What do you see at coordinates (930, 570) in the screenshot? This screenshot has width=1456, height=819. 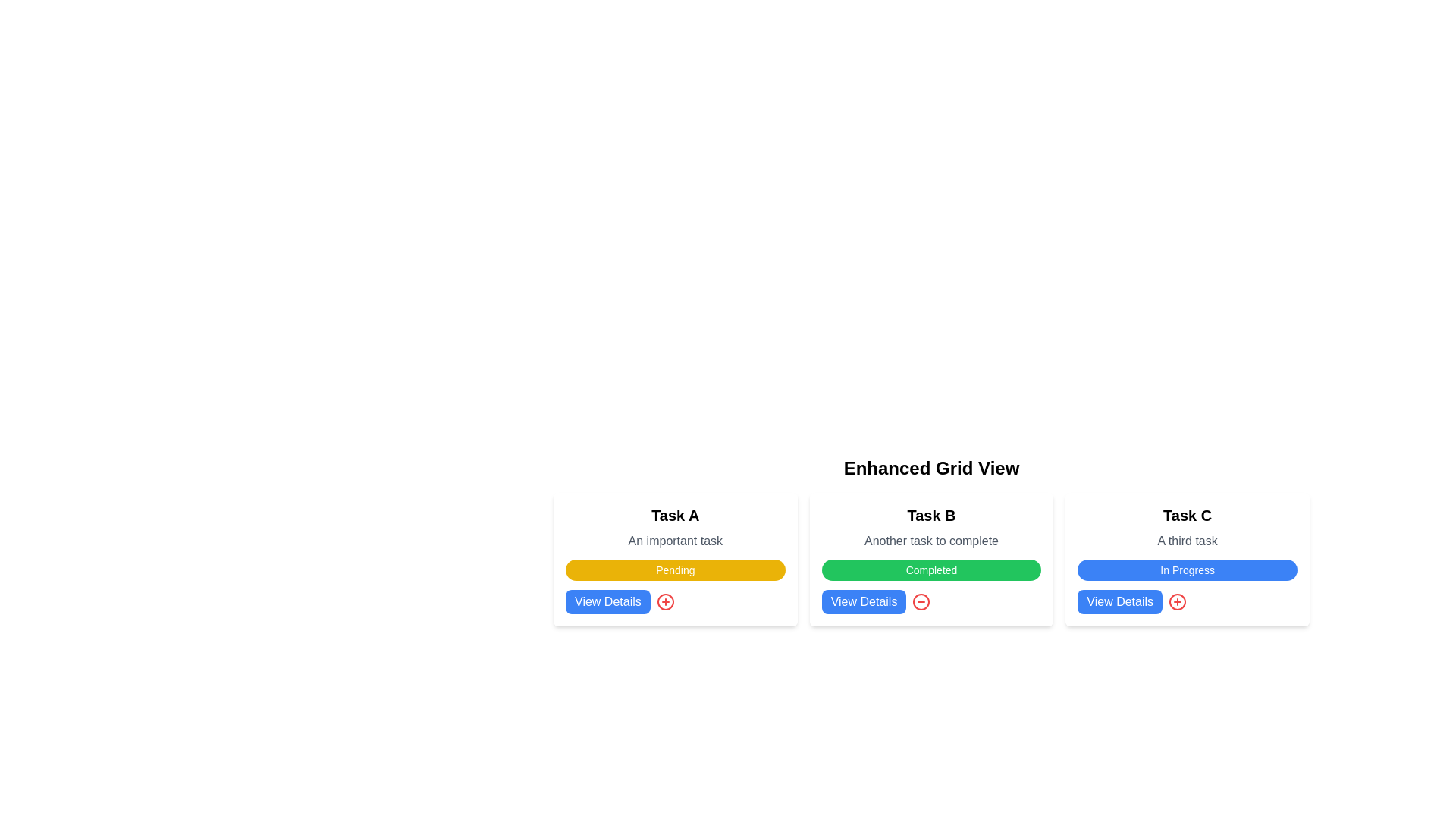 I see `the non-interactive status indication button labeled 'Completed' with a green background, which is located within the Task B card, positioned between the description text 'Another task to complete' and the 'View Details' controls` at bounding box center [930, 570].